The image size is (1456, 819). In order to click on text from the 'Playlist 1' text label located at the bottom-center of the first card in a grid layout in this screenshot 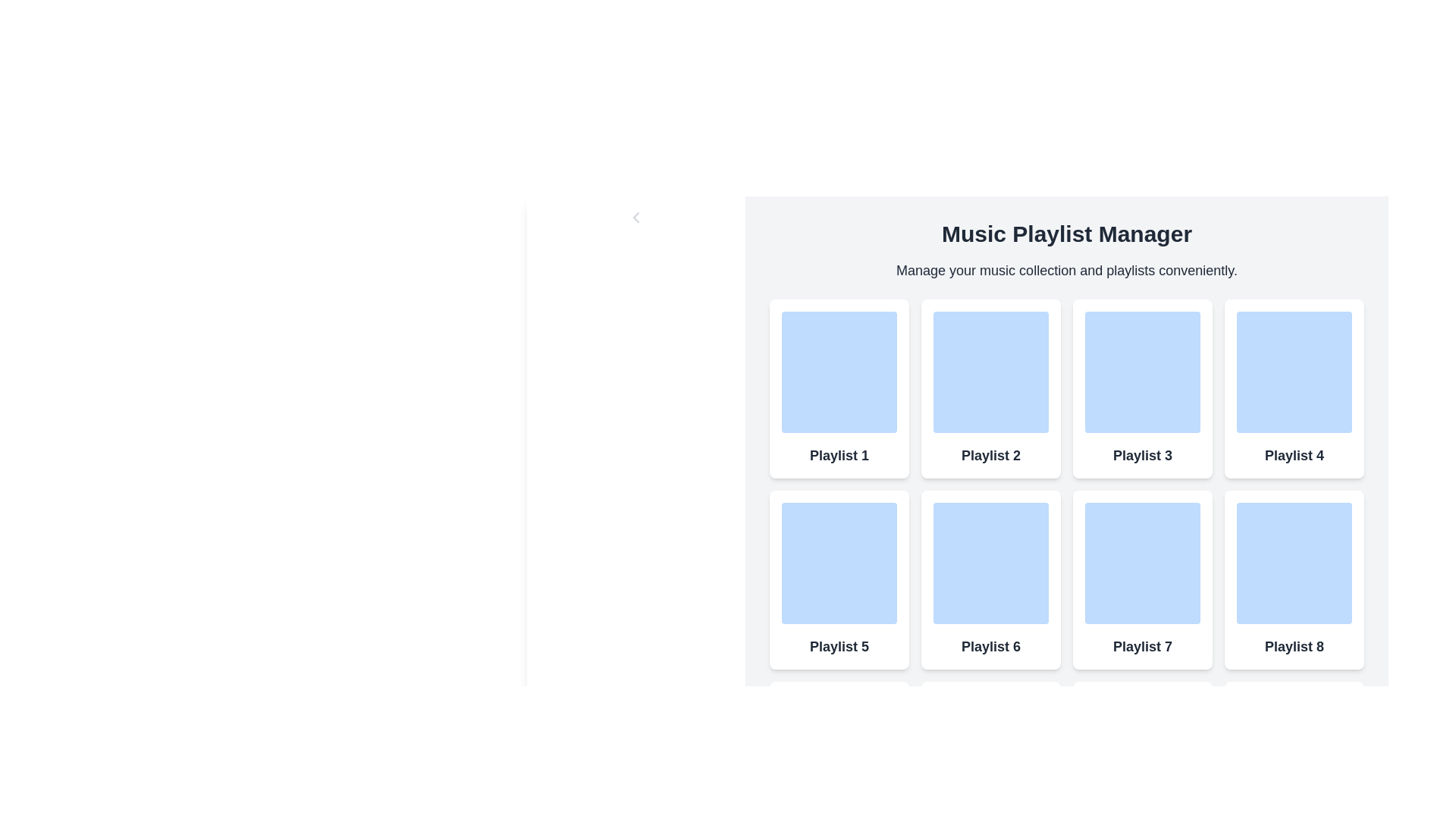, I will do `click(839, 455)`.